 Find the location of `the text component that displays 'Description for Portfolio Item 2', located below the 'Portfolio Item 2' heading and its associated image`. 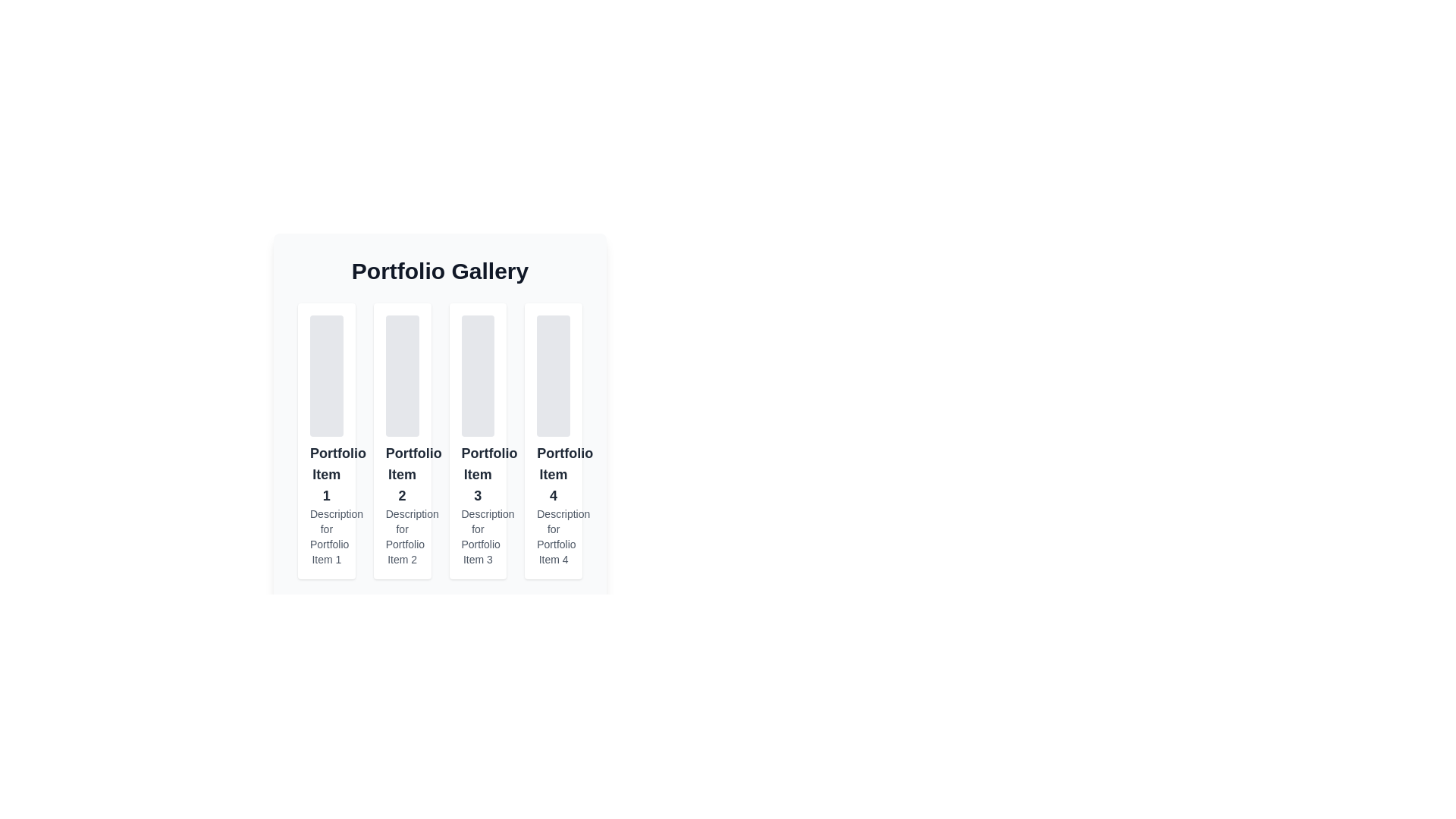

the text component that displays 'Description for Portfolio Item 2', located below the 'Portfolio Item 2' heading and its associated image is located at coordinates (402, 536).